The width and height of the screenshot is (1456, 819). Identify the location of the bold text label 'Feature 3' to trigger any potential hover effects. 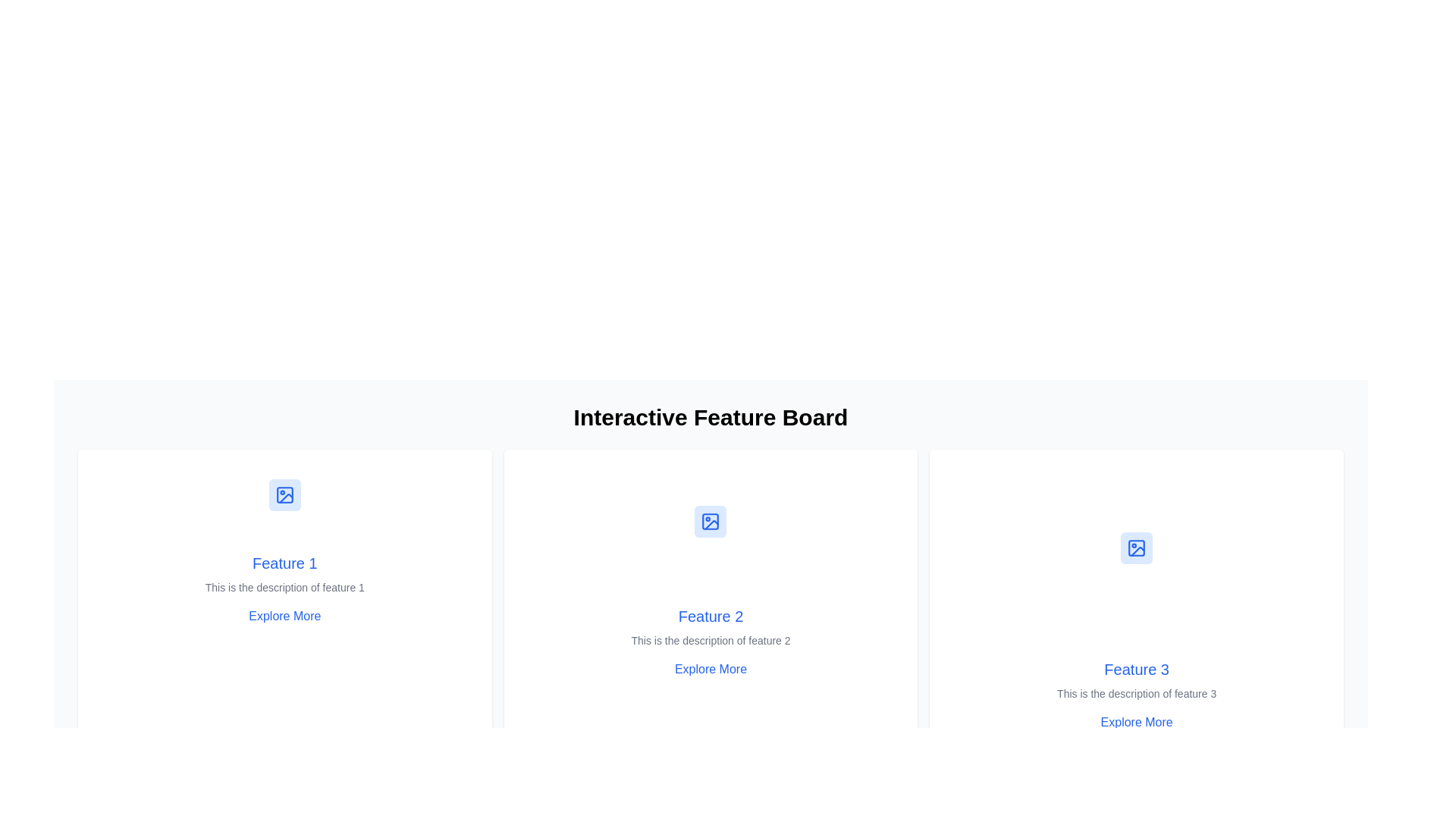
(1137, 669).